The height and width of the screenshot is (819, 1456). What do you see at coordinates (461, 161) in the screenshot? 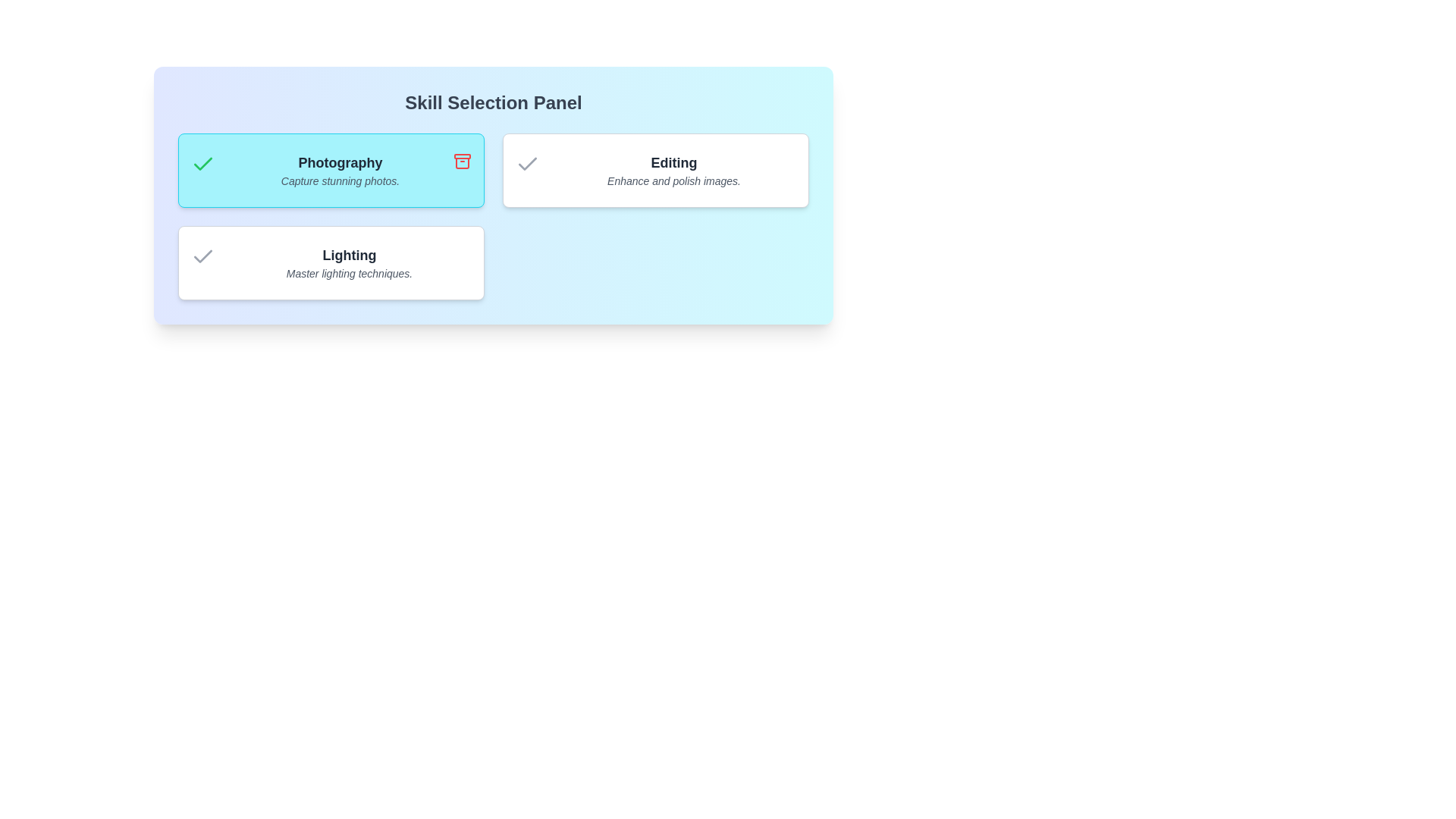
I see `the archive icon associated with the 'Photography' skill` at bounding box center [461, 161].